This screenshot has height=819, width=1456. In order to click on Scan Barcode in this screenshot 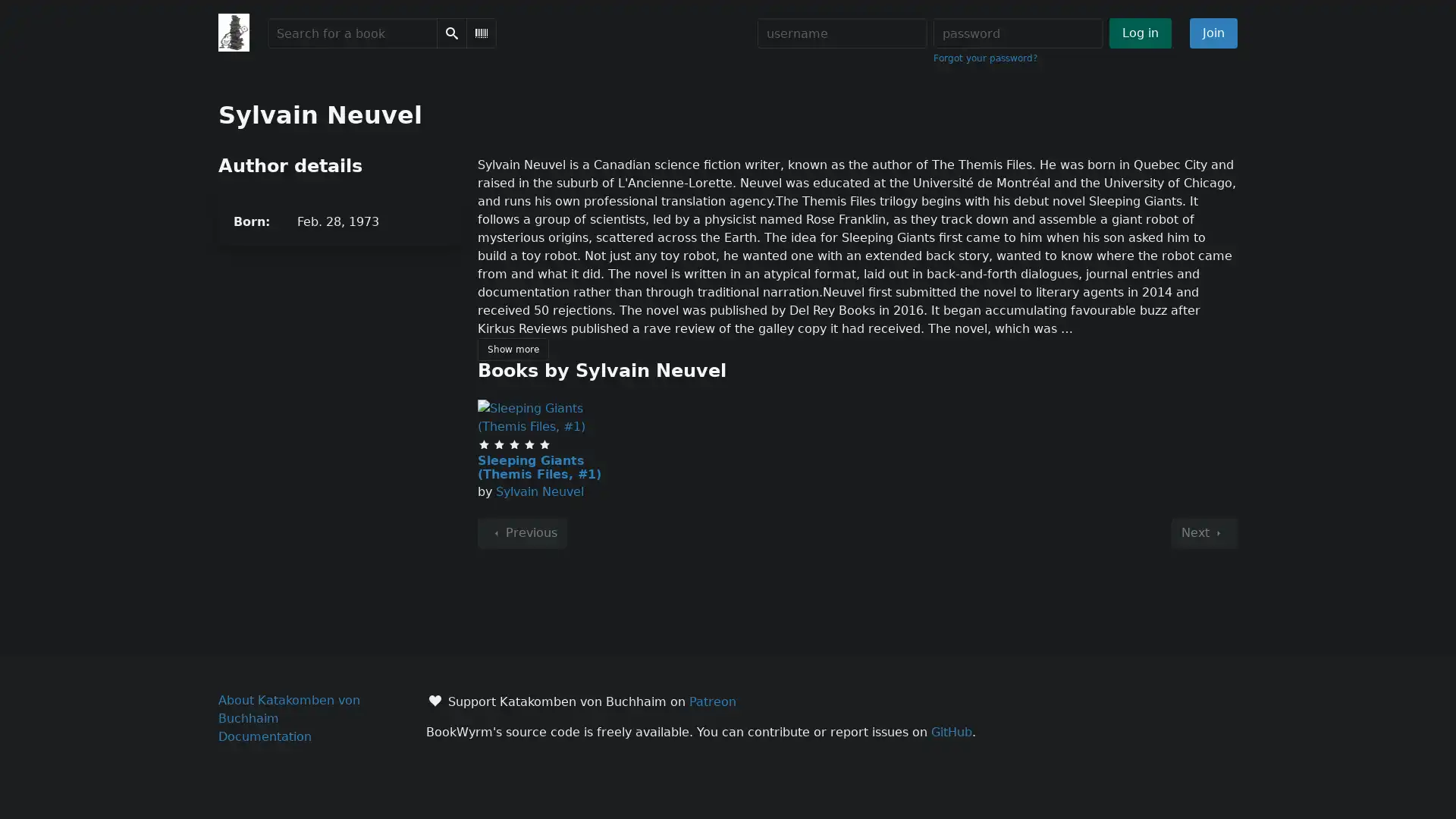, I will do `click(479, 33)`.